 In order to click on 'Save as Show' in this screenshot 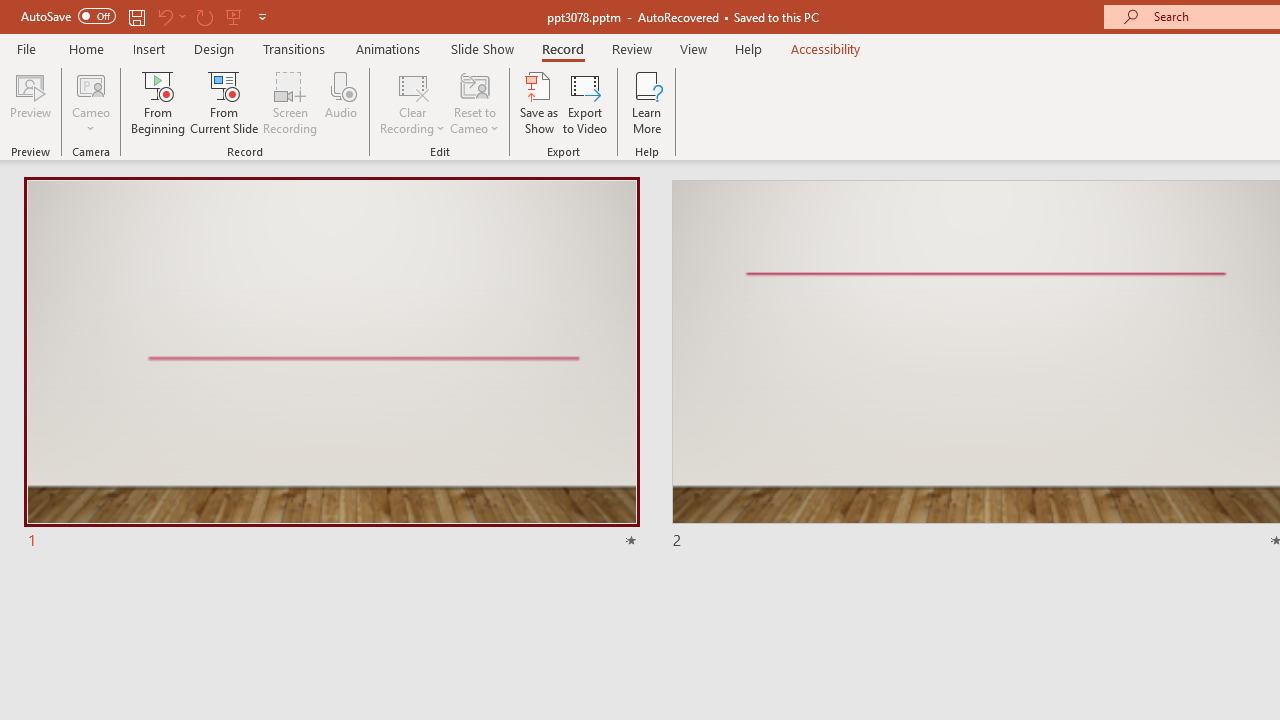, I will do `click(539, 103)`.